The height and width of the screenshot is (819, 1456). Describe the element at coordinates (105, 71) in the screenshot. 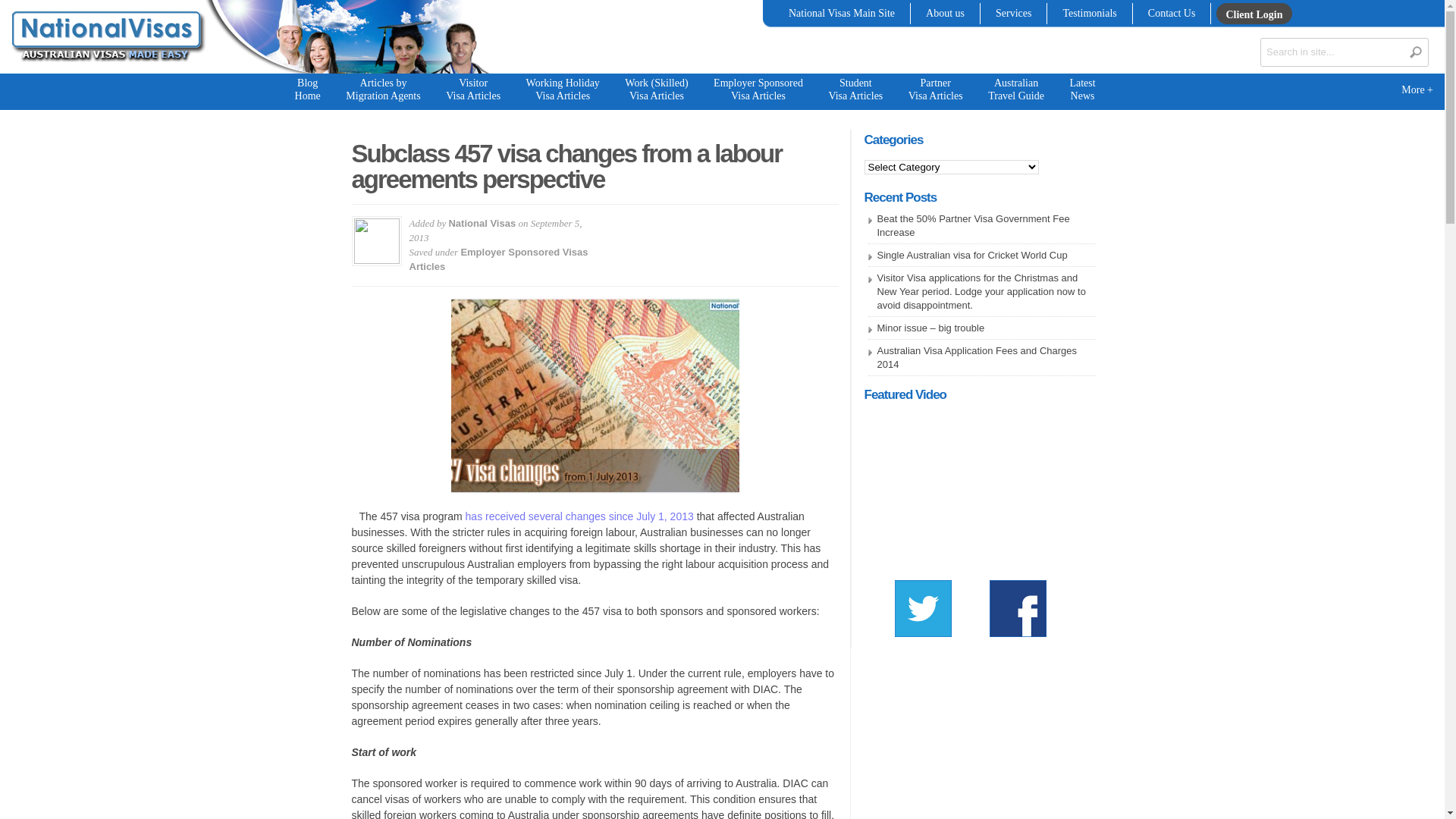

I see `'National Visas Official Blog'` at that location.